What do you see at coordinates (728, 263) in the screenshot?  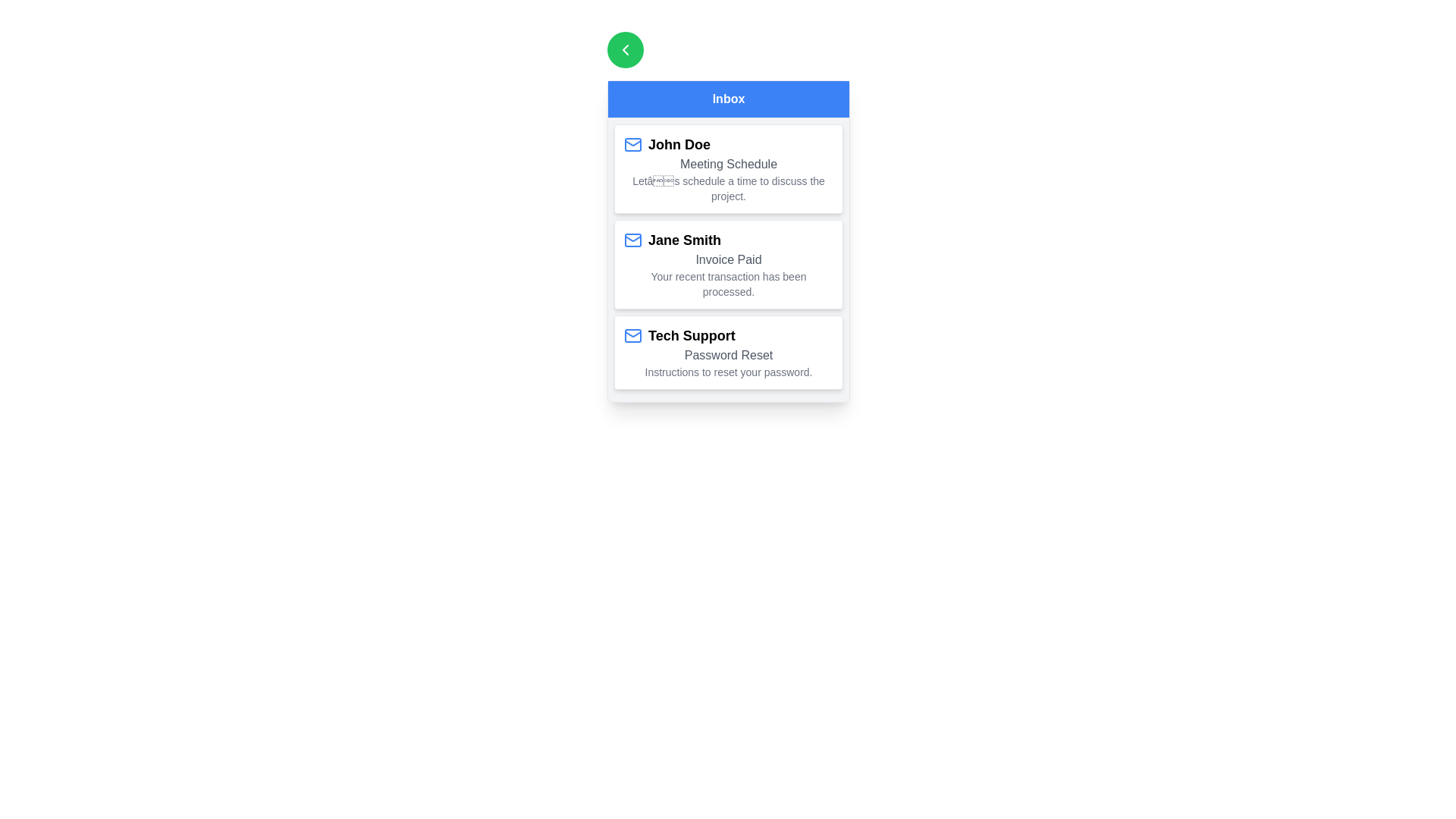 I see `the email item corresponding to Jane Smith` at bounding box center [728, 263].